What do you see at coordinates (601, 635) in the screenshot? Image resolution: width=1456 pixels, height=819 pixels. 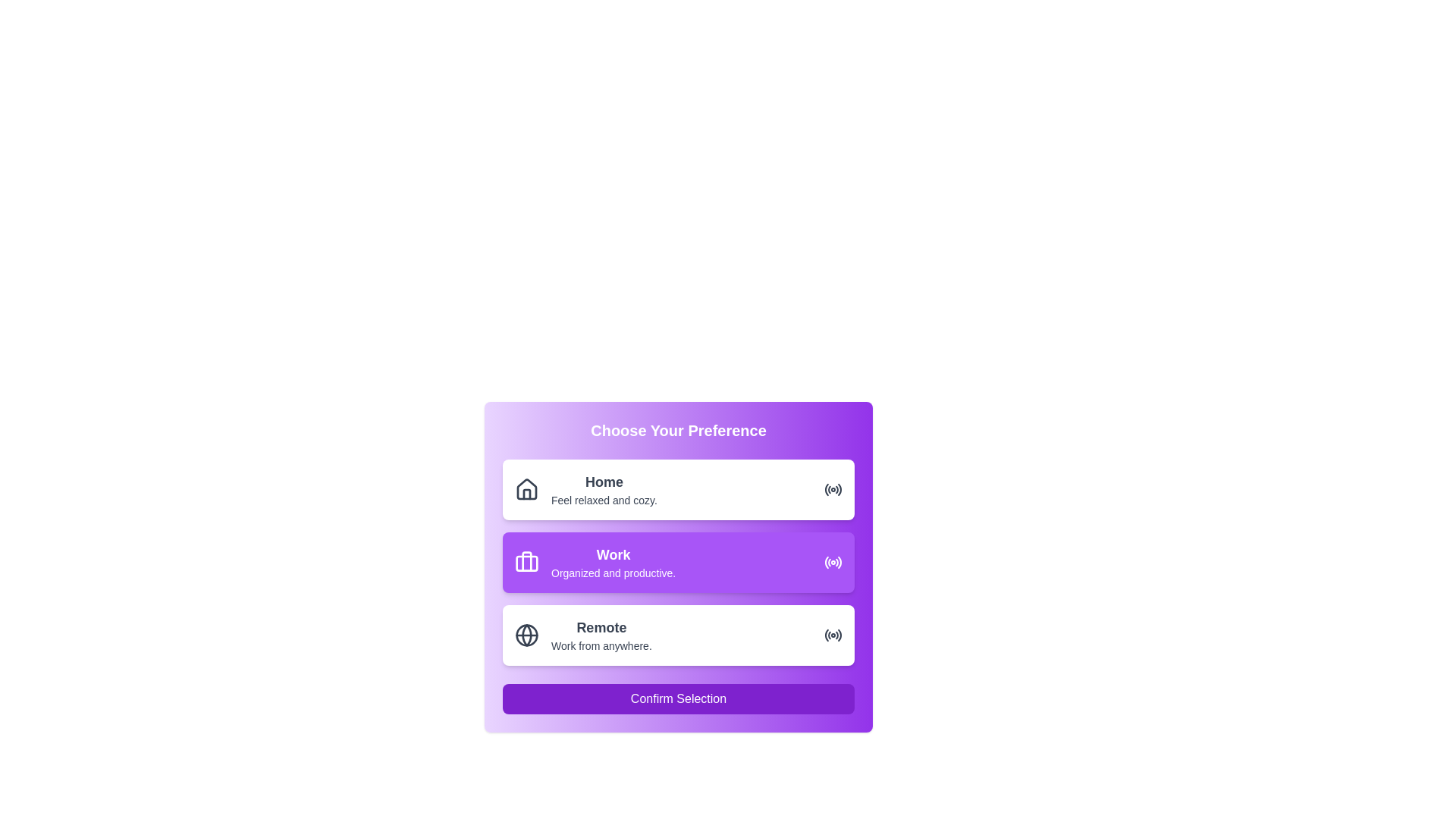 I see `the descriptive text label for the 'Remote' preference option located beneath the globe icon` at bounding box center [601, 635].